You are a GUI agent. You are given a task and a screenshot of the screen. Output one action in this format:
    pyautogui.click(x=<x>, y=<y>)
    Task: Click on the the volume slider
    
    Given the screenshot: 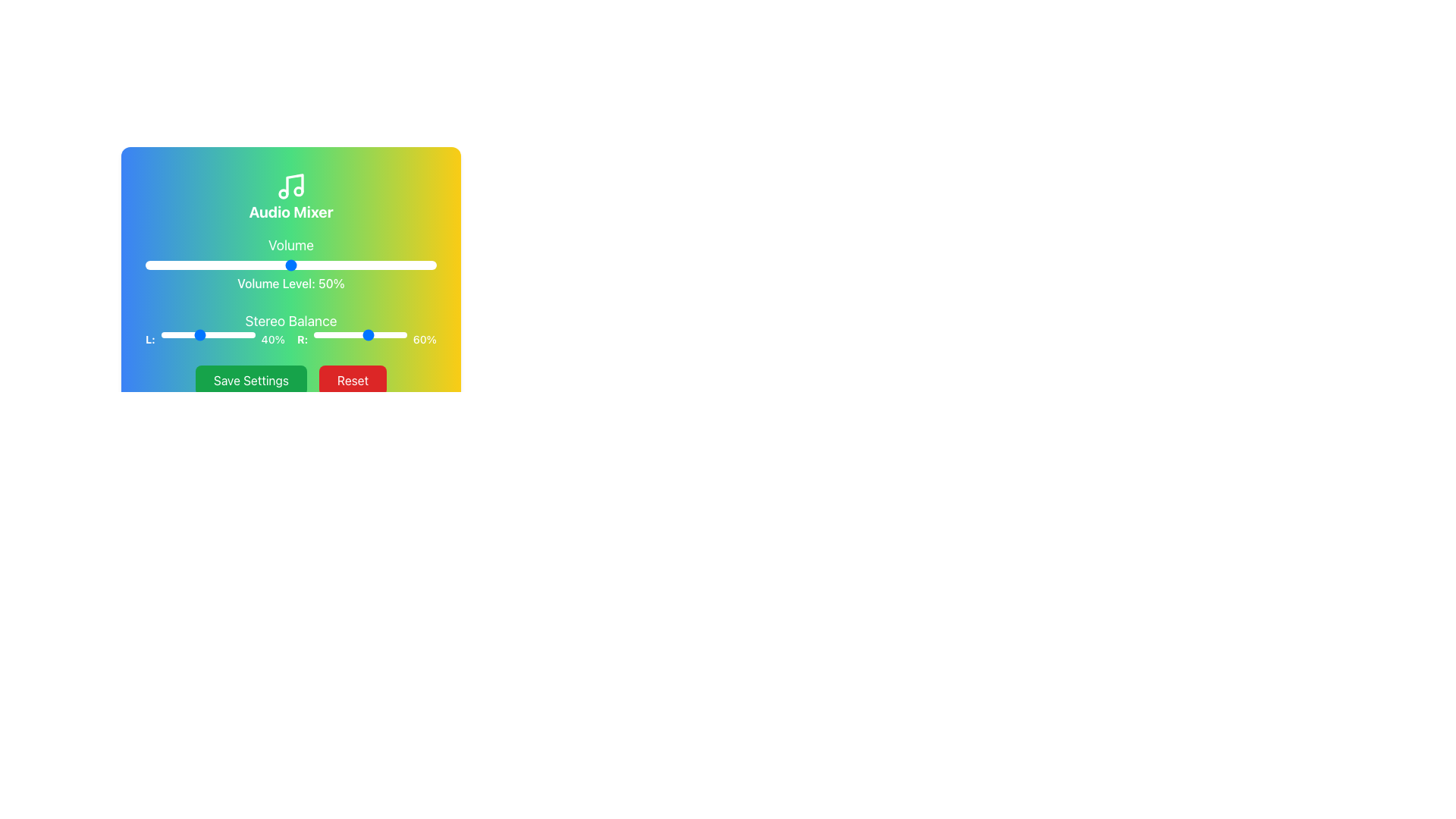 What is the action you would take?
    pyautogui.click(x=331, y=265)
    